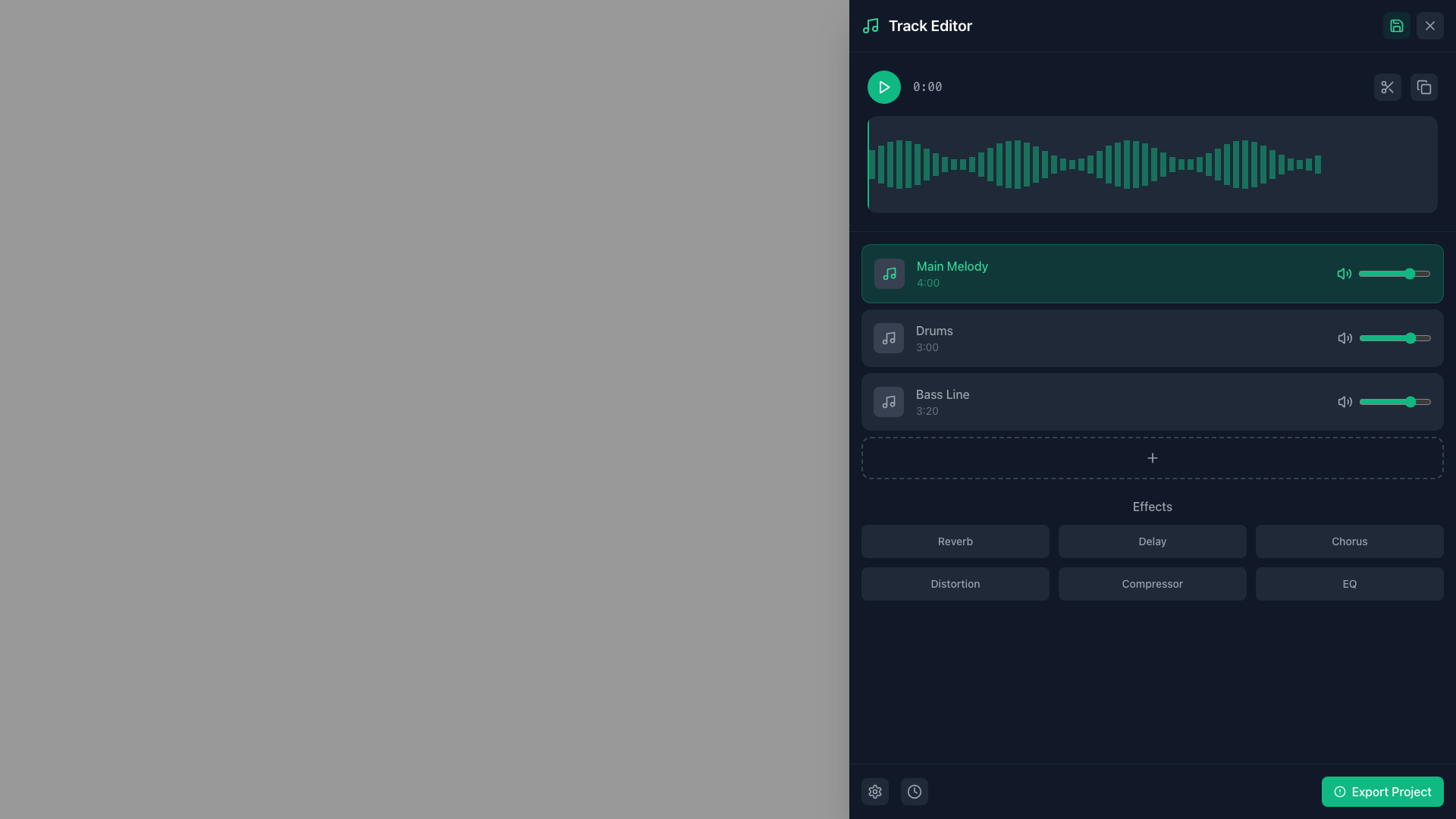 This screenshot has height=819, width=1456. I want to click on the volume slider, so click(1423, 337).